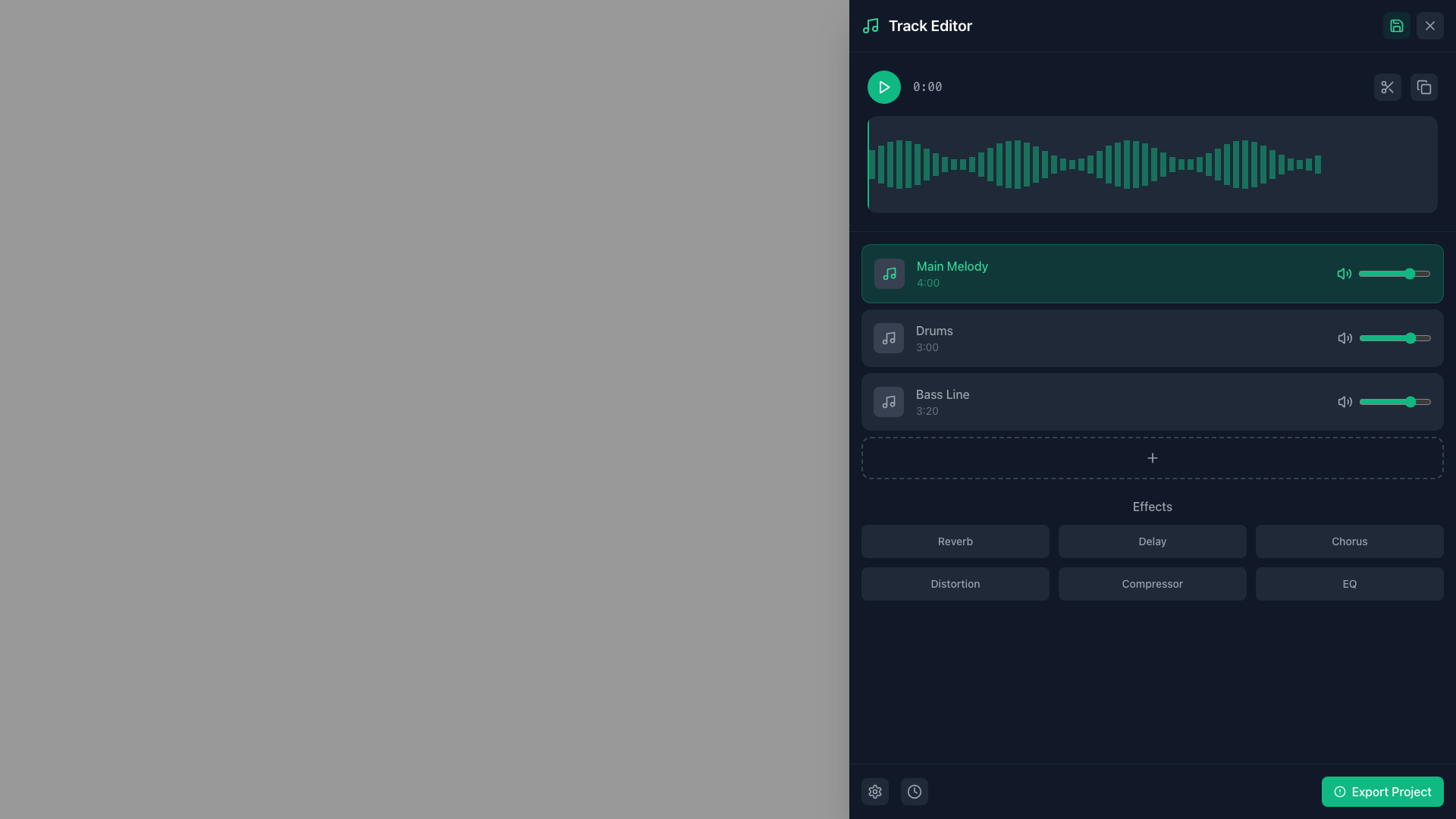 This screenshot has height=819, width=1456. I want to click on the volume slider, so click(1423, 337).